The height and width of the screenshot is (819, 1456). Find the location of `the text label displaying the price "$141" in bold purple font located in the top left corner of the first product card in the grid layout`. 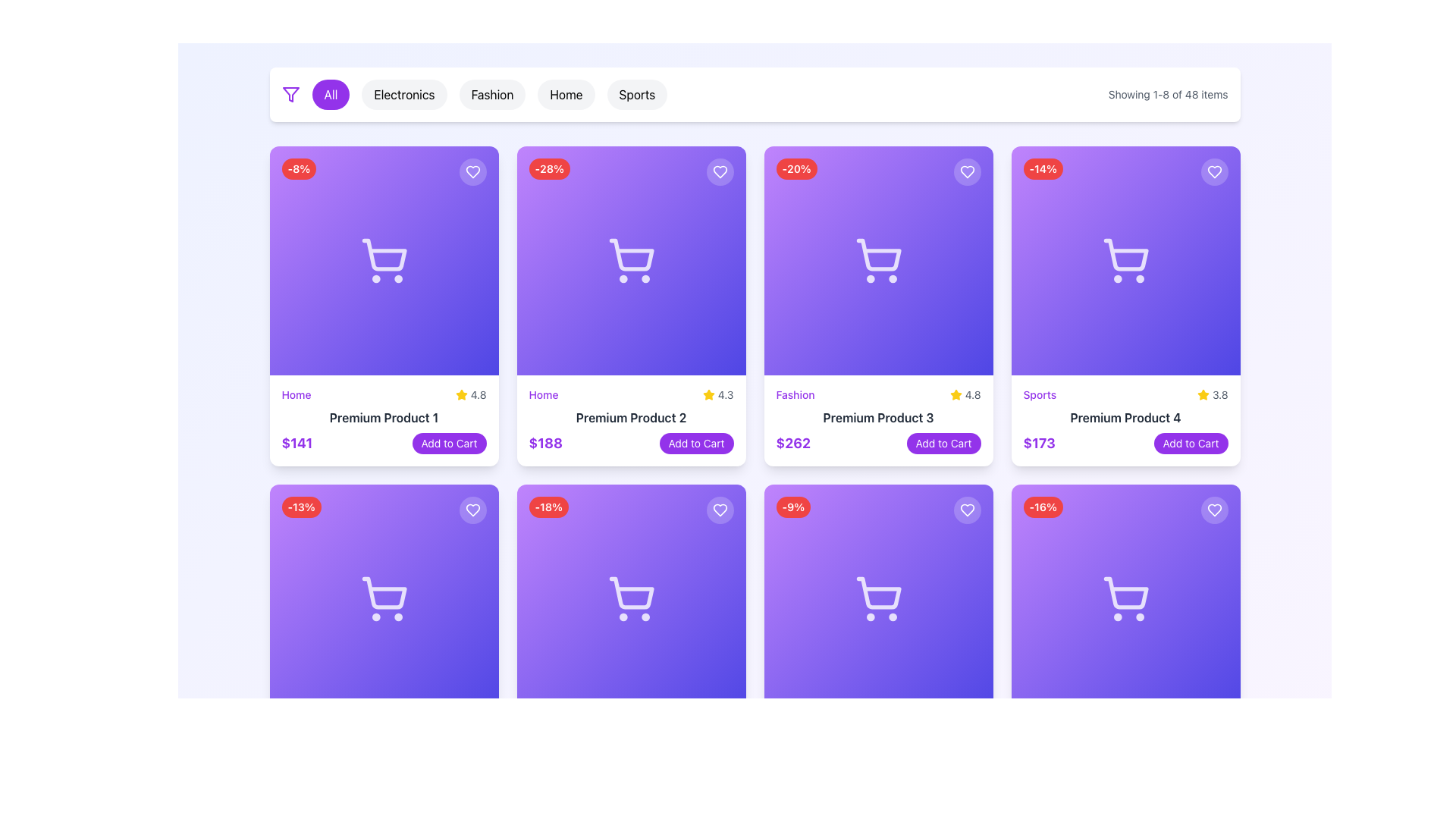

the text label displaying the price "$141" in bold purple font located in the top left corner of the first product card in the grid layout is located at coordinates (297, 444).